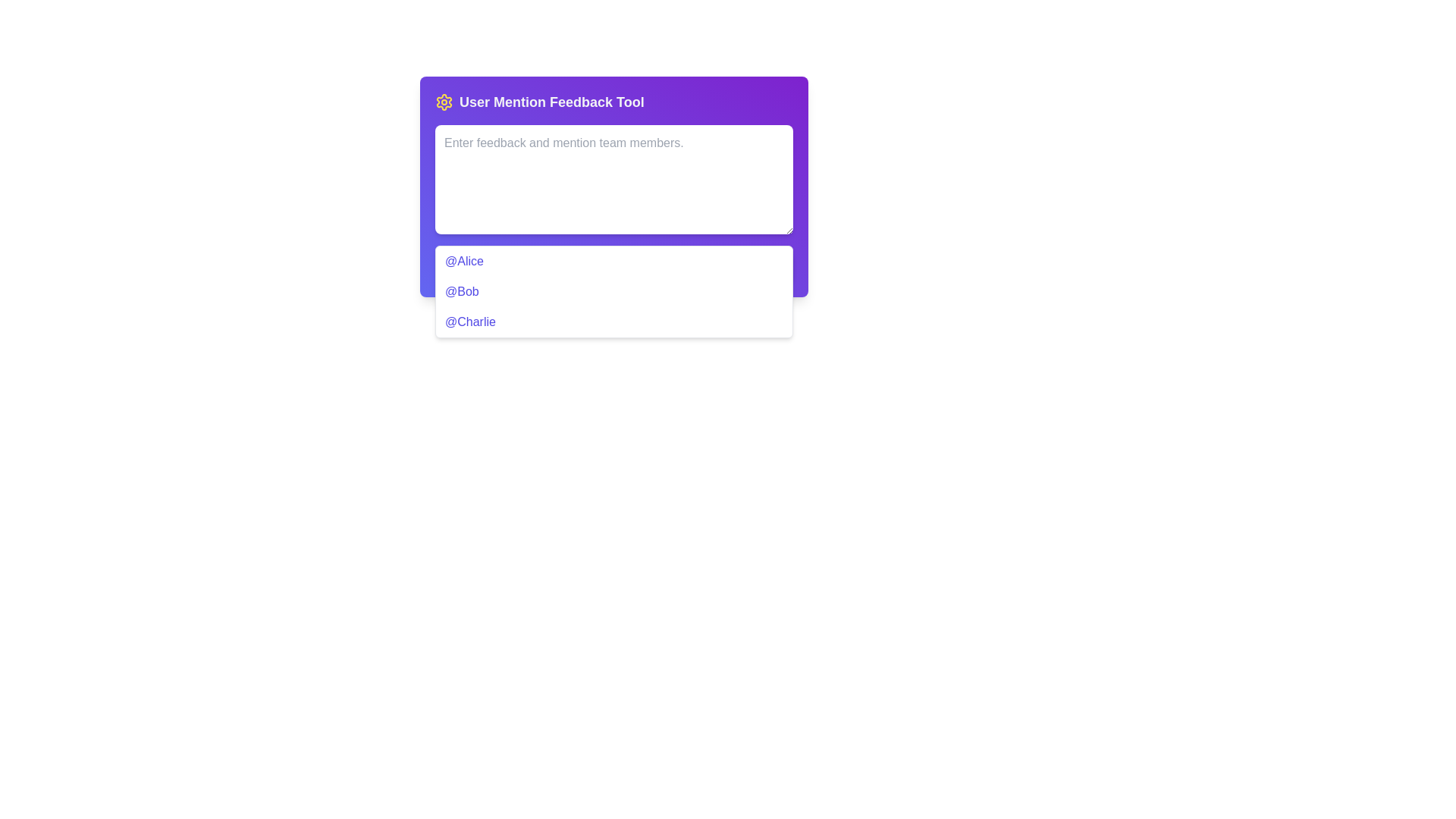  What do you see at coordinates (443, 102) in the screenshot?
I see `the gear icon located to the left of the 'User Mention Feedback Tool' title` at bounding box center [443, 102].